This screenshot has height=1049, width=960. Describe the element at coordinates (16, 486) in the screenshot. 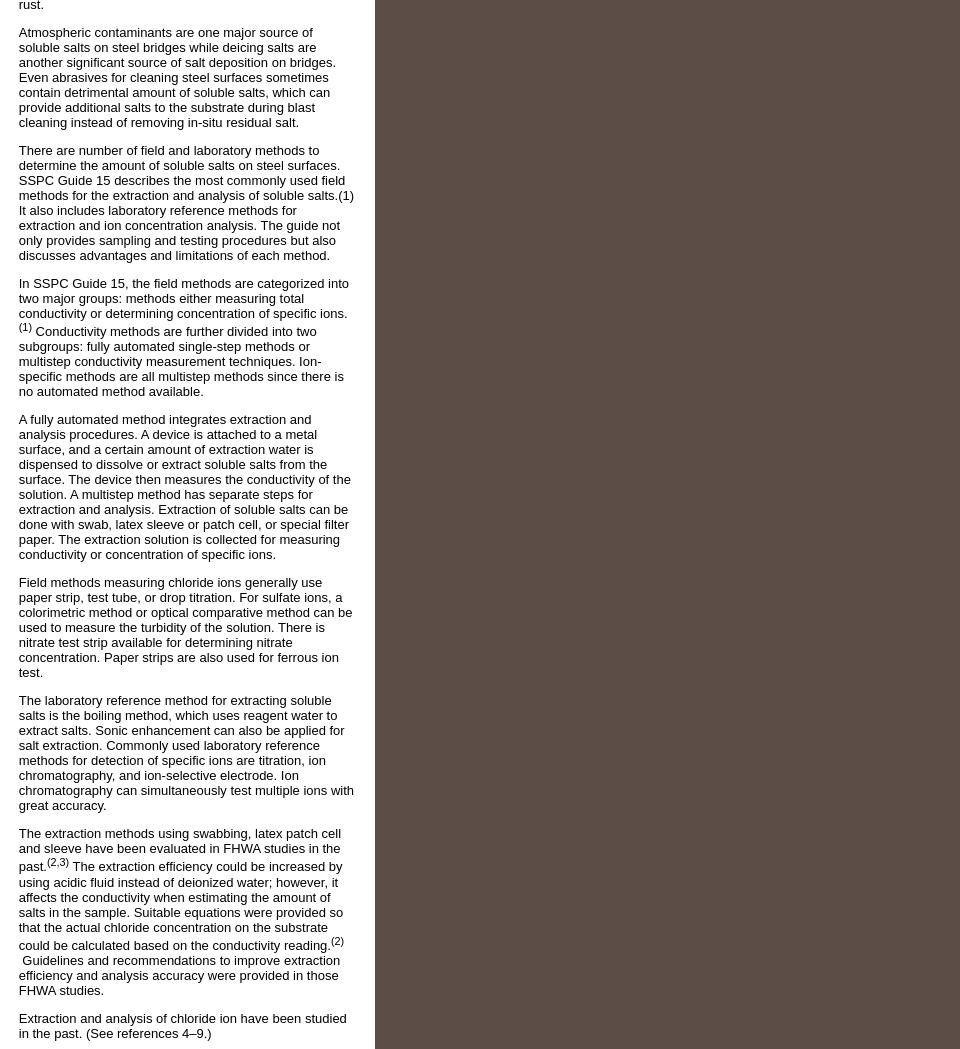

I see `'A fully automated method integrates extraction and analysis  procedures. A device is attached to a metal surface, and a certain amount of  extraction water is dispensed to dissolve or extract soluble salts from the  surface. The device then measures the conductivity of the solution. A multistep  method has separate steps for extraction and analysis. Extraction of soluble  salts can be done with swab, latex sleeve or patch cell, or special filter  paper. The extraction solution is collected for measuring conductivity or  concentration of specific ions.'` at that location.